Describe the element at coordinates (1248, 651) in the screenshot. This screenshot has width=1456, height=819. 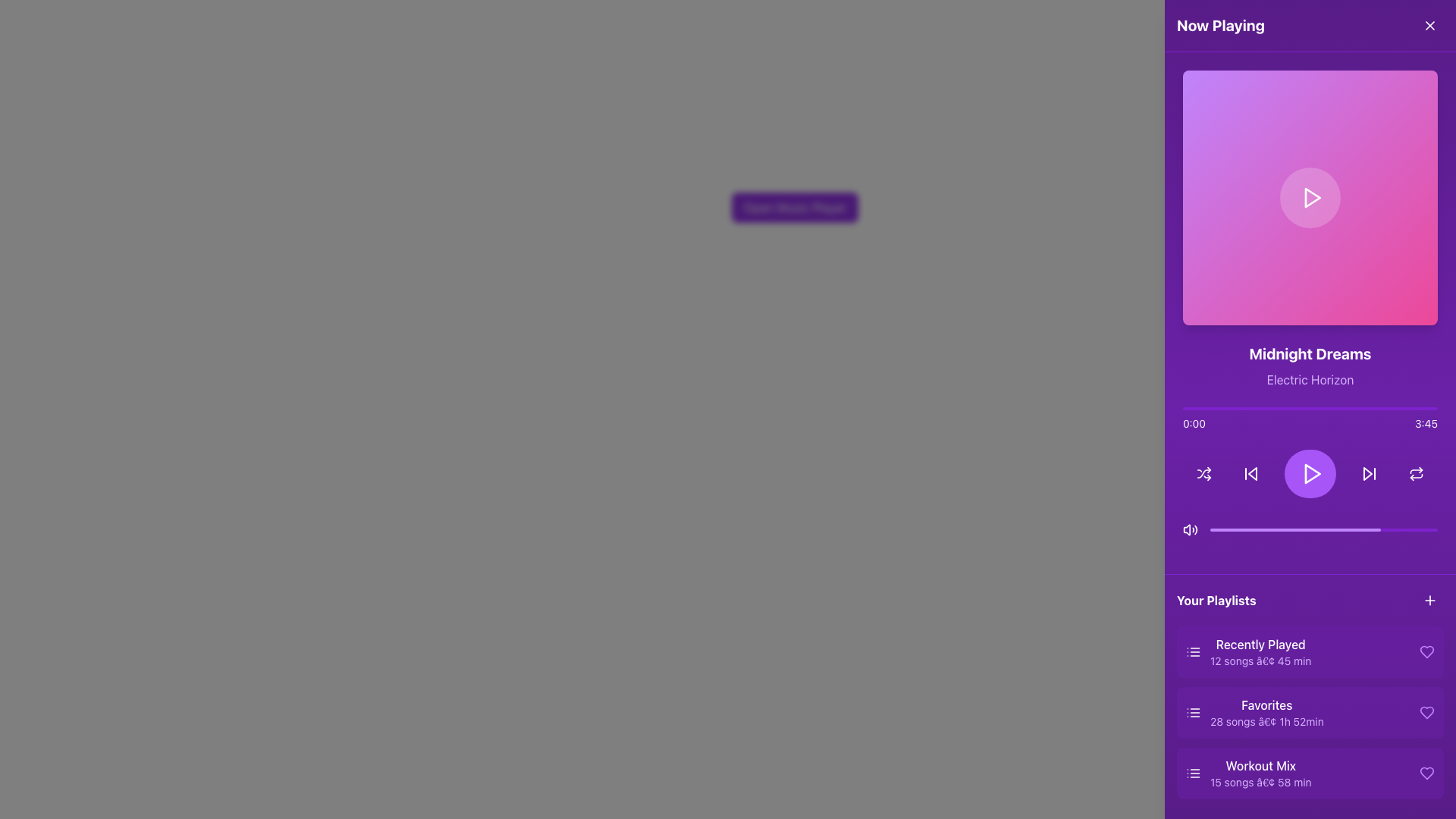
I see `the 'Recently Played' list item in the 'Your Playlists' section` at that location.